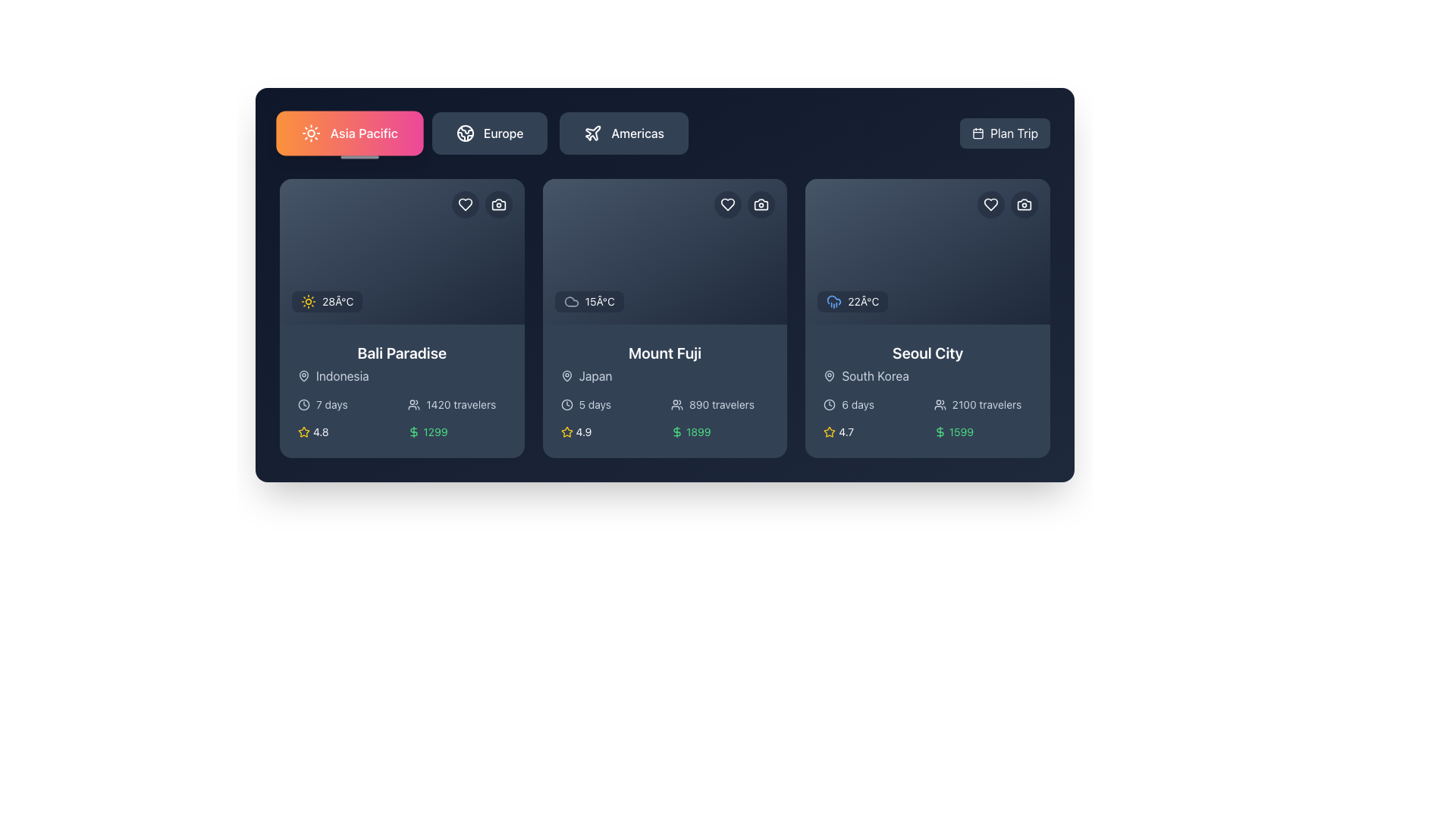  Describe the element at coordinates (464, 205) in the screenshot. I see `the 'like' icon in the top-right corner of the 'Bali Paradise' card` at that location.